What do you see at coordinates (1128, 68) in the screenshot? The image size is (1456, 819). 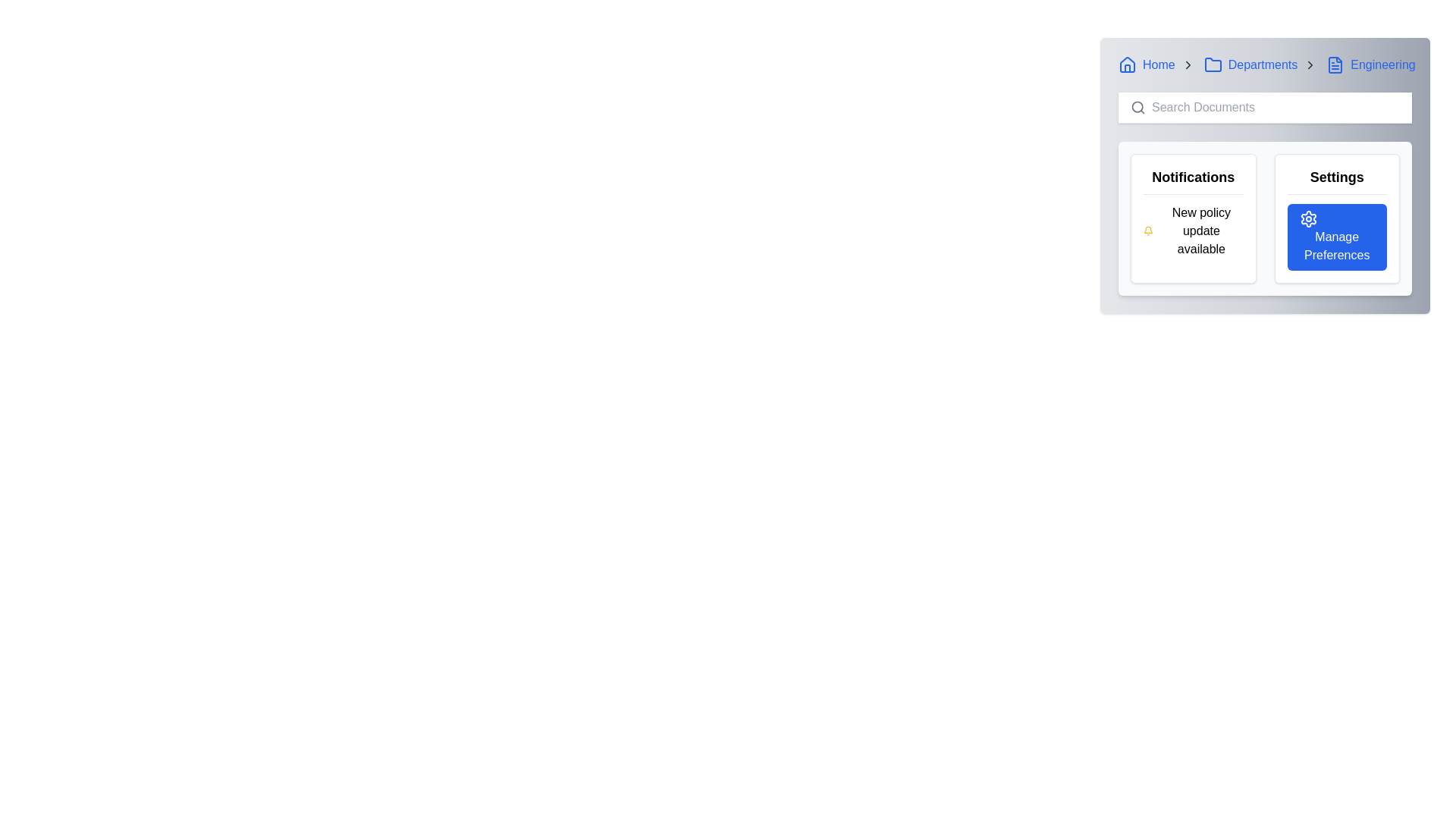 I see `the vertical rectangle with rounded ends that forms part of the house icon, located in the top left corner of the interface` at bounding box center [1128, 68].